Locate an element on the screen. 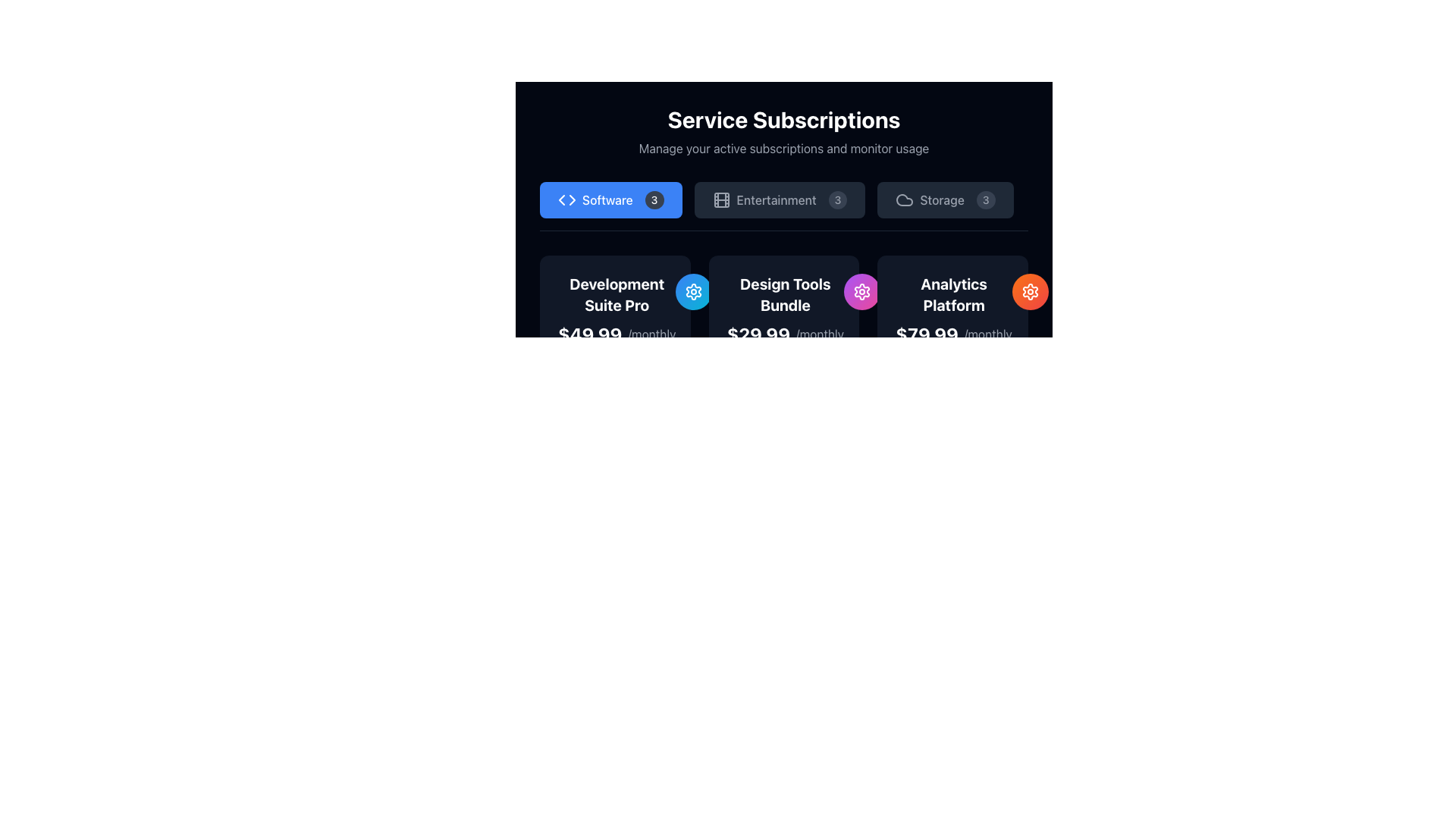  the 'Software' label within the button that has a blue background and rounded edges is located at coordinates (607, 199).